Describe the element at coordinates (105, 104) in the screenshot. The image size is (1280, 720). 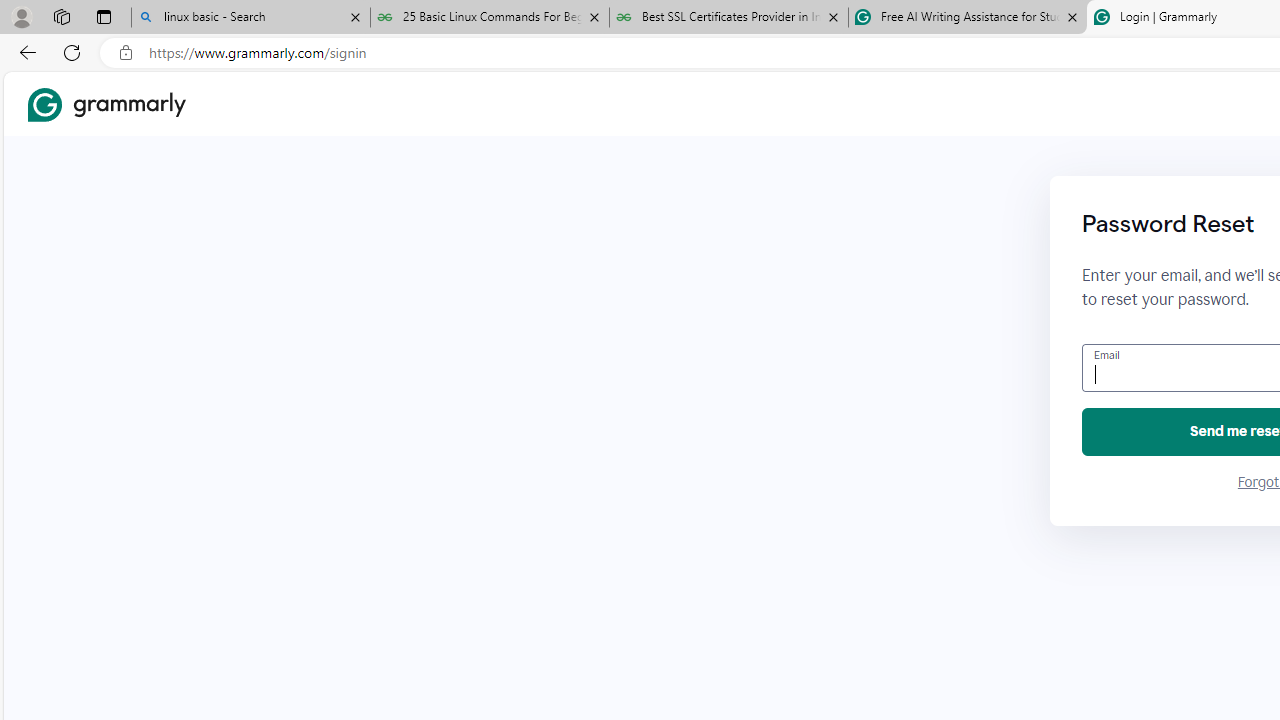
I see `'Grammarly Home'` at that location.